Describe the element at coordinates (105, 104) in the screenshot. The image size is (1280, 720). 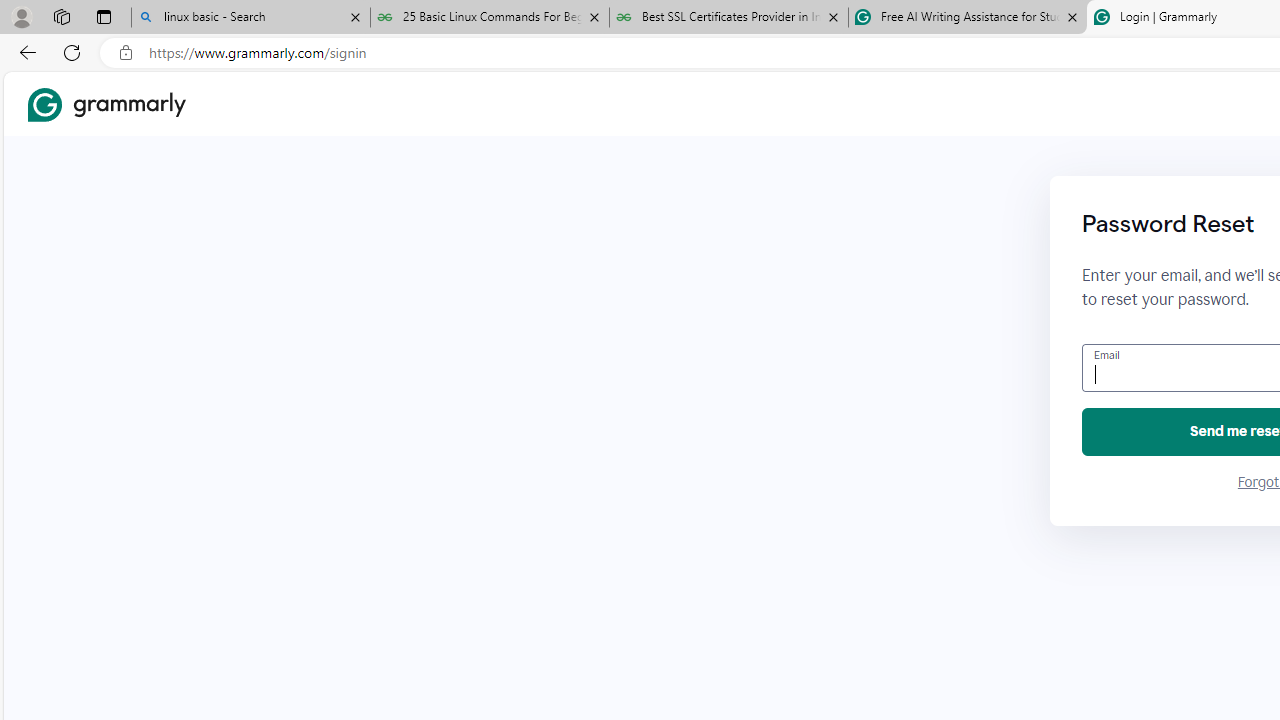
I see `'Grammarly Home'` at that location.